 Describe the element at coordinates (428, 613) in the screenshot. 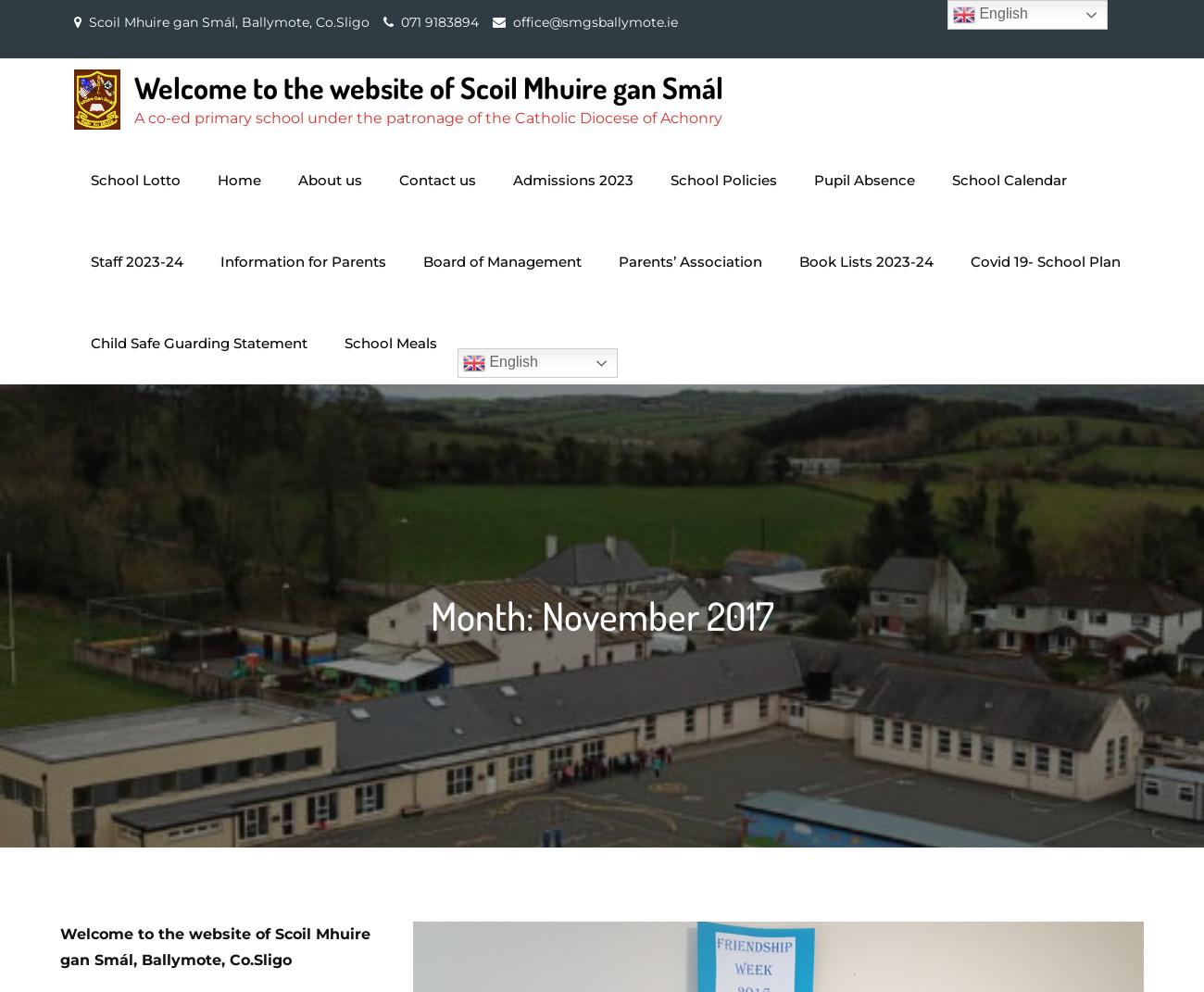

I see `'Month:'` at that location.